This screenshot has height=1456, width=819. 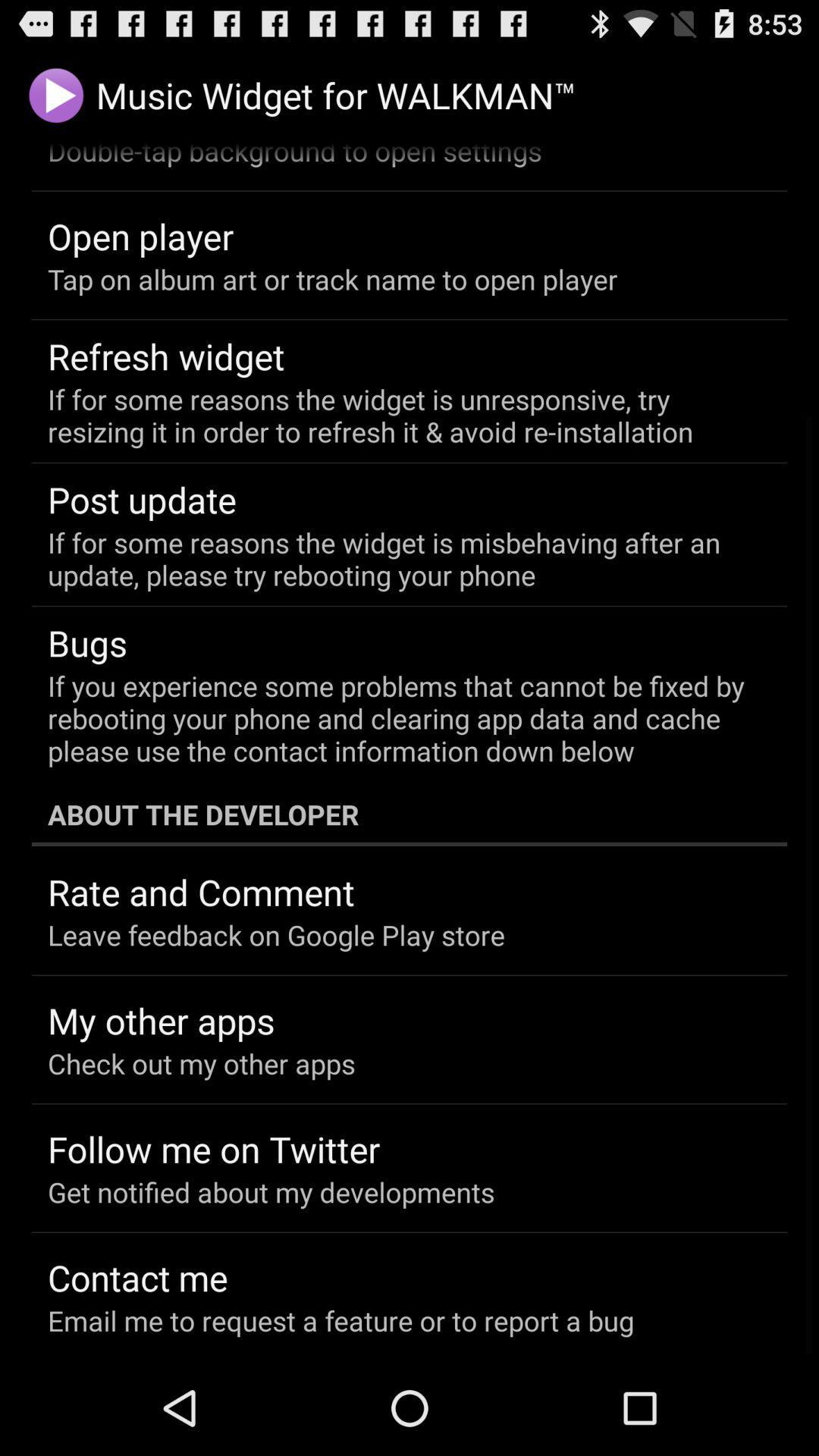 What do you see at coordinates (213, 1149) in the screenshot?
I see `follow me on icon` at bounding box center [213, 1149].